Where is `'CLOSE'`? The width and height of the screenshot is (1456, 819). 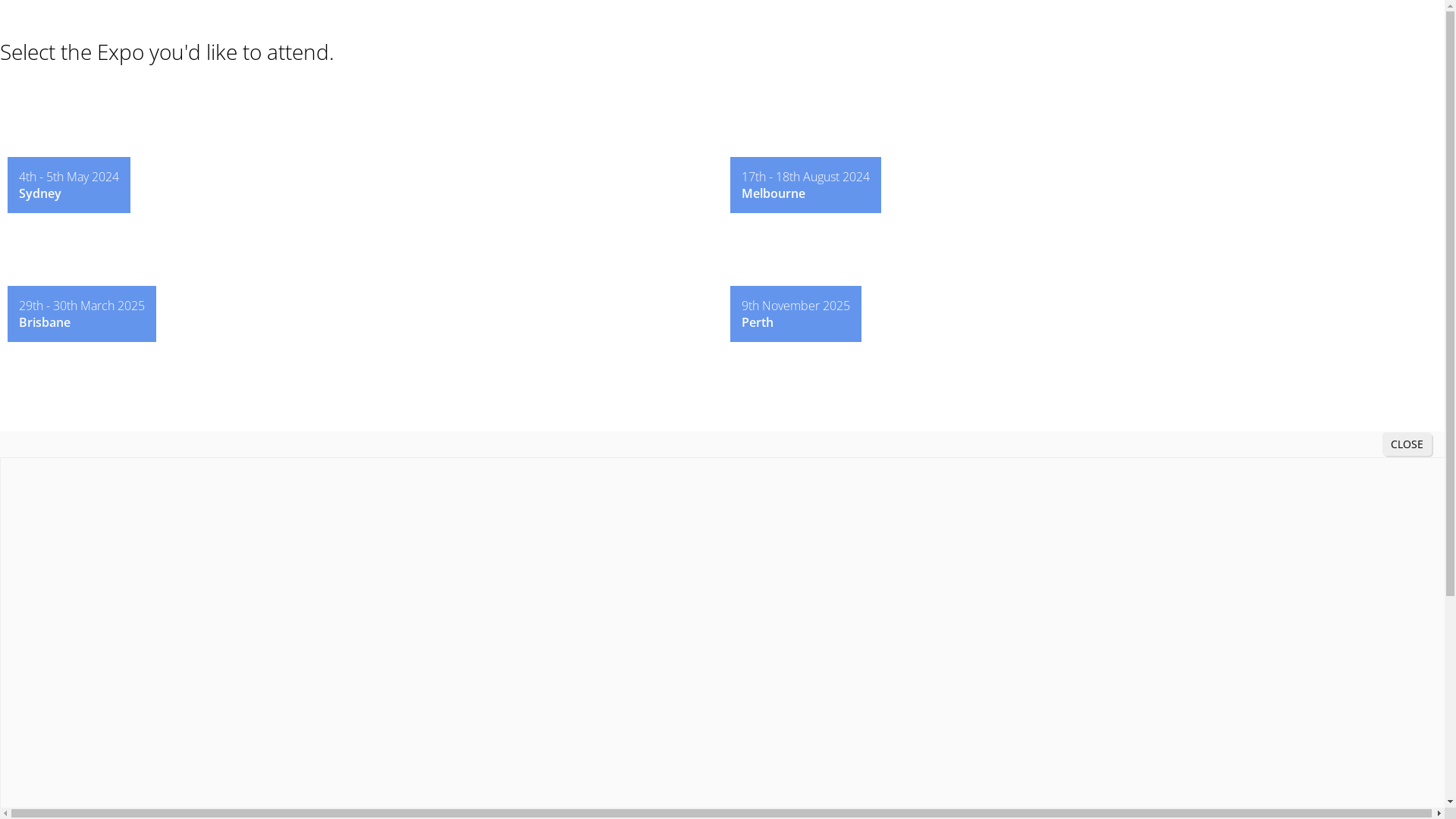 'CLOSE' is located at coordinates (1406, 444).